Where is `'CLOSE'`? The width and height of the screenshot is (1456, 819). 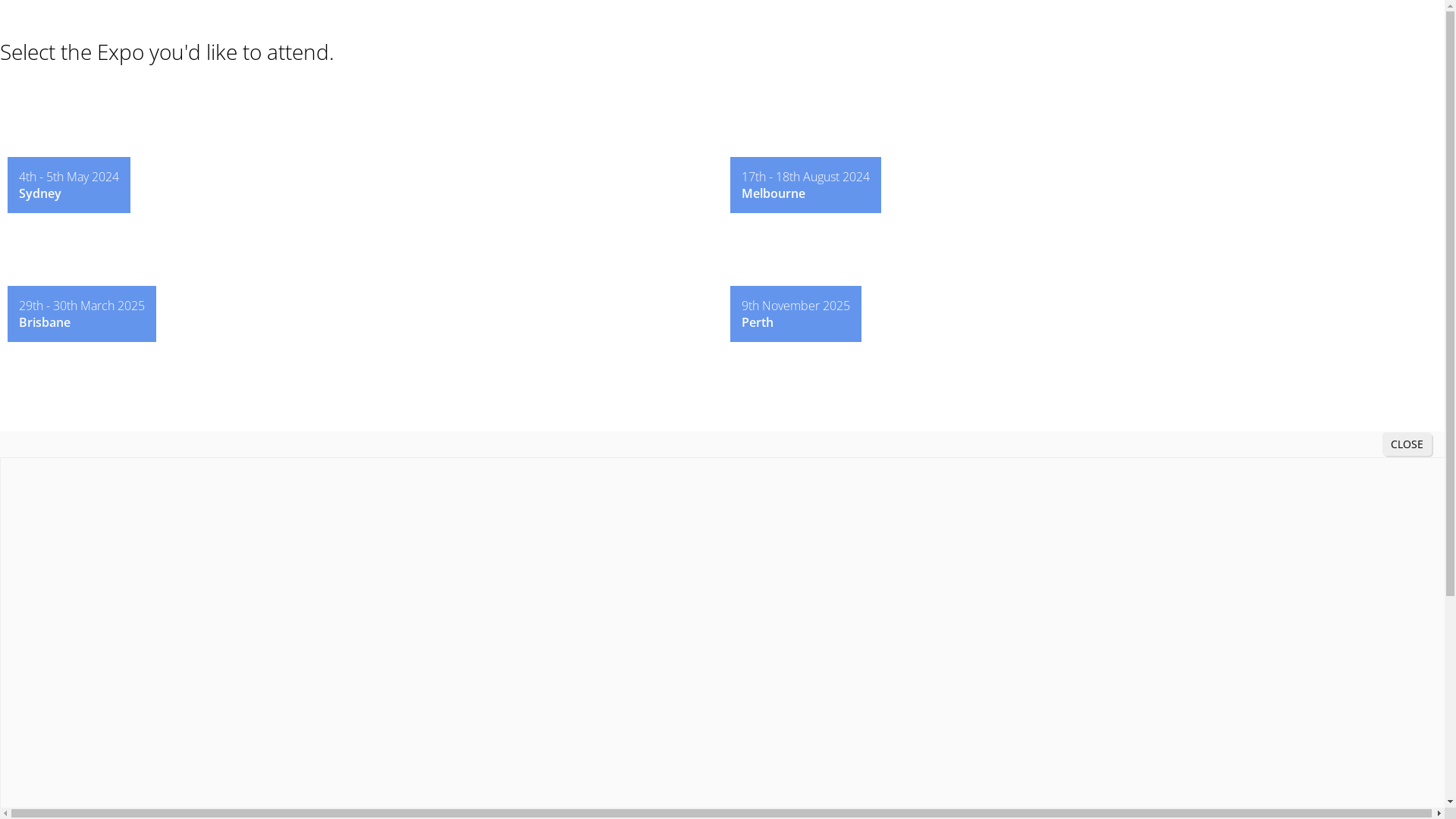 'CLOSE' is located at coordinates (1406, 444).